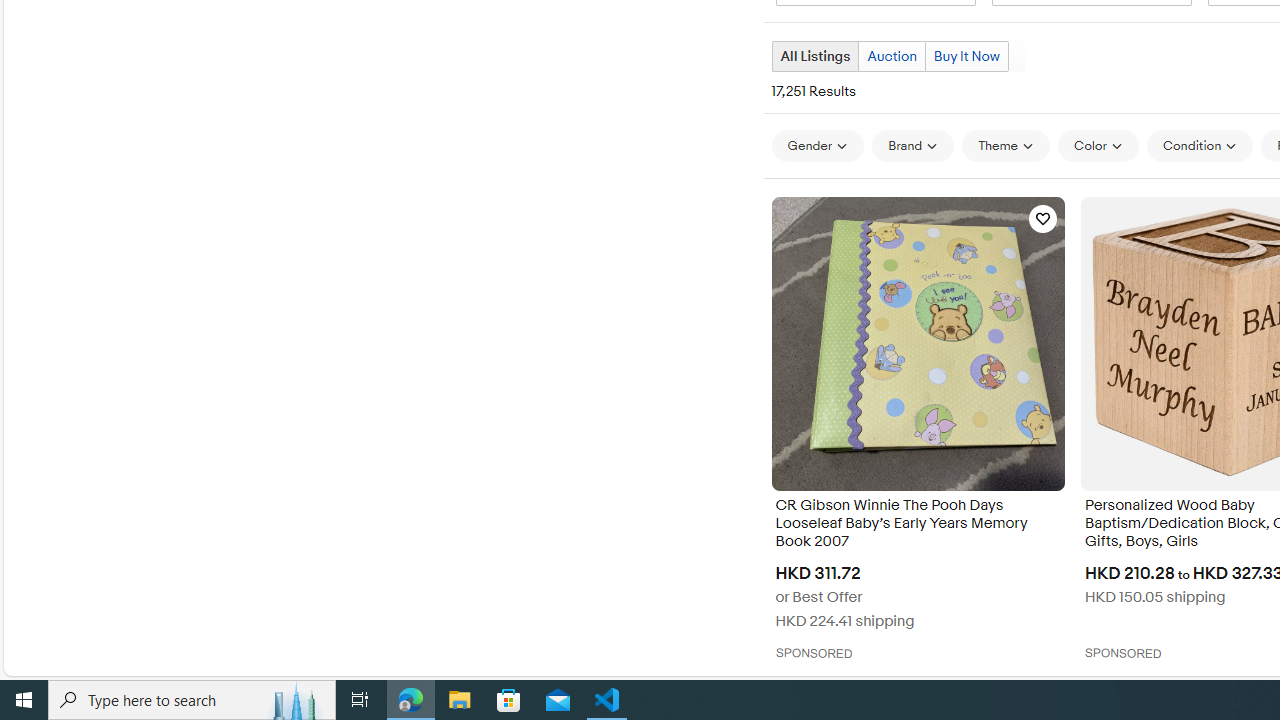 The height and width of the screenshot is (720, 1280). Describe the element at coordinates (912, 144) in the screenshot. I see `'Brand'` at that location.